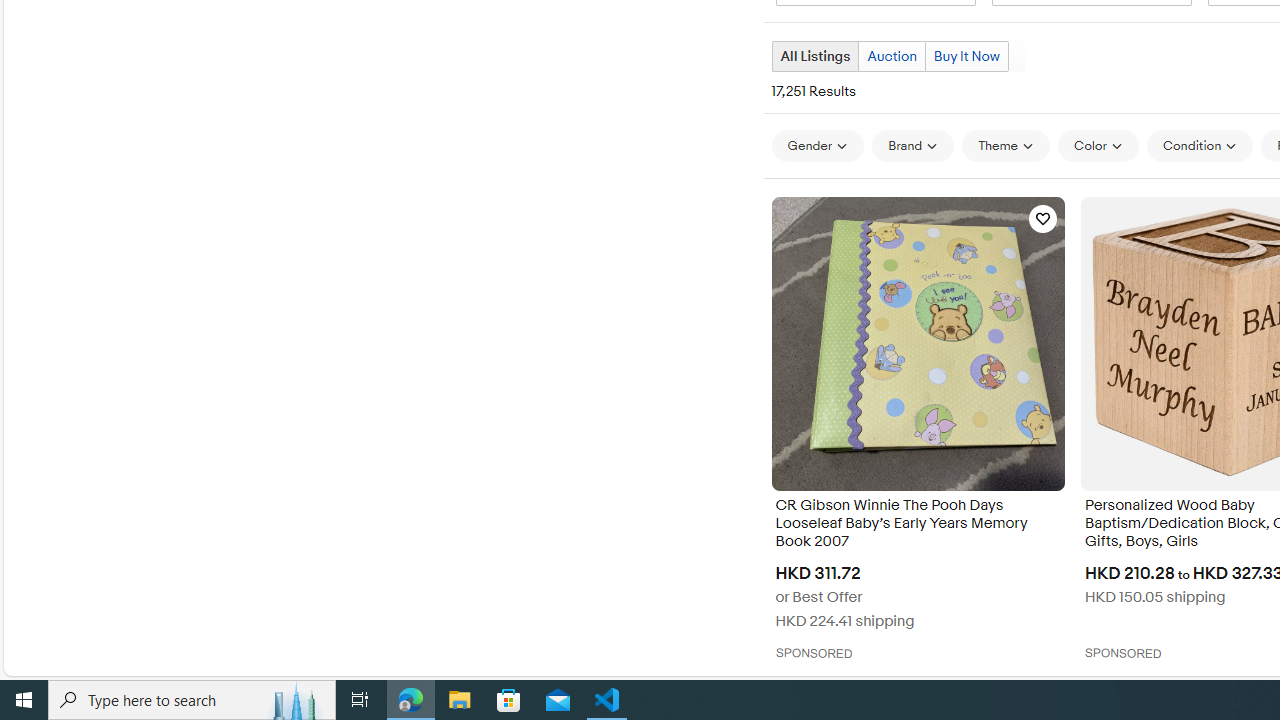 The height and width of the screenshot is (720, 1280). Describe the element at coordinates (912, 144) in the screenshot. I see `'Brand'` at that location.